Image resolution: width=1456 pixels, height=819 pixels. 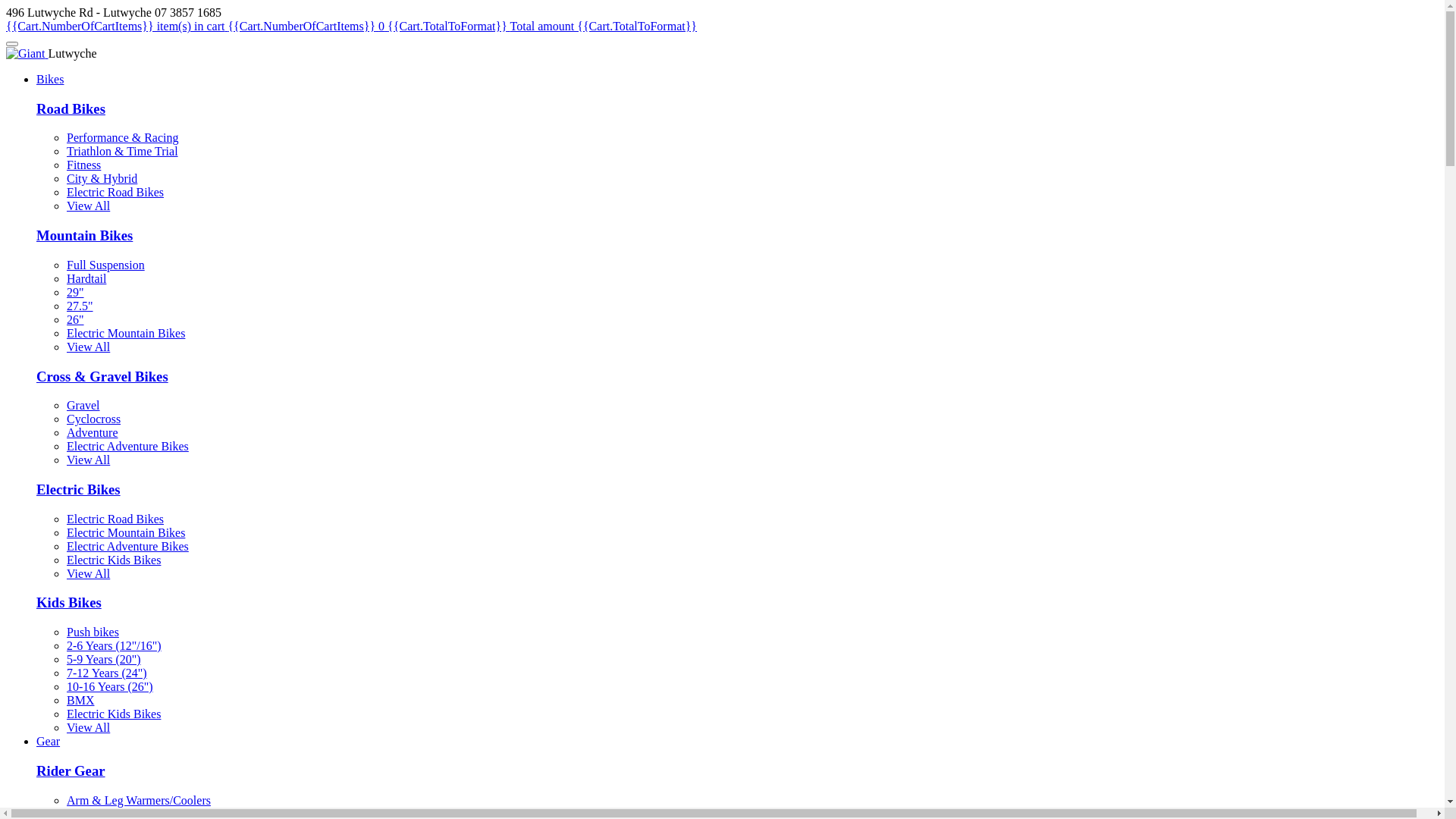 What do you see at coordinates (103, 658) in the screenshot?
I see `'5-9 Years (20")'` at bounding box center [103, 658].